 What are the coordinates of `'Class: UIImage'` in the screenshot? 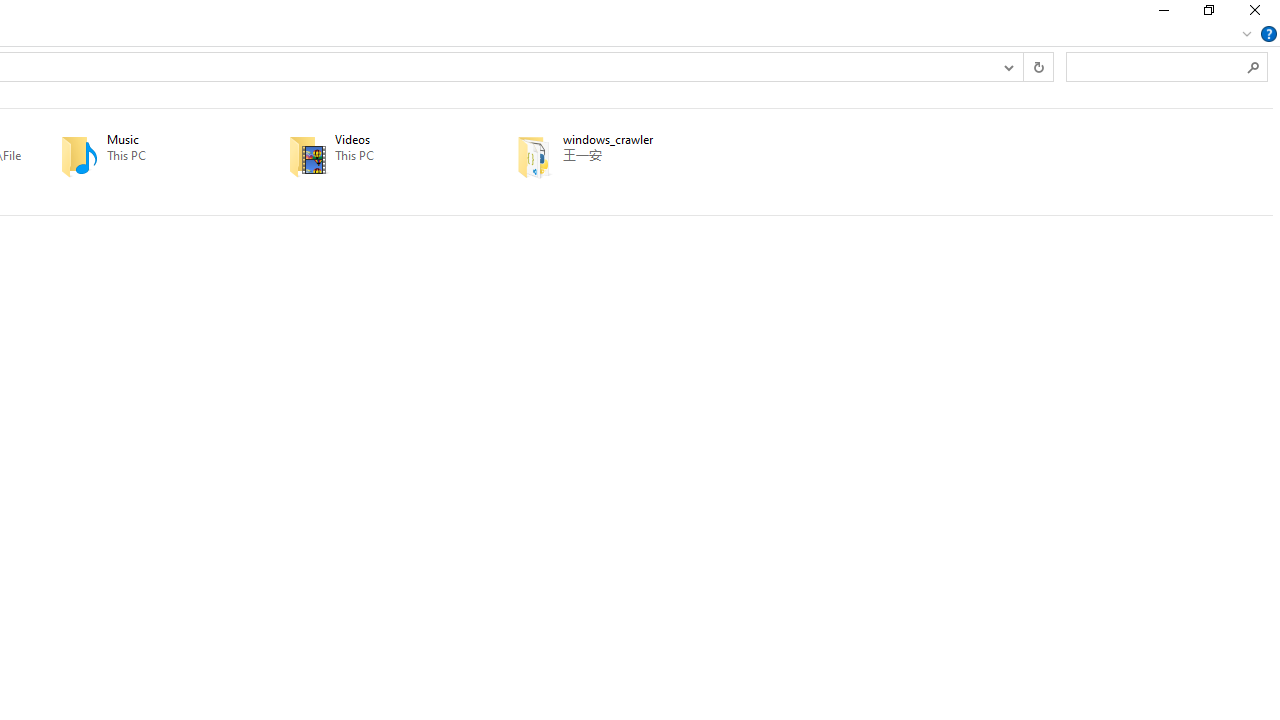 It's located at (535, 154).